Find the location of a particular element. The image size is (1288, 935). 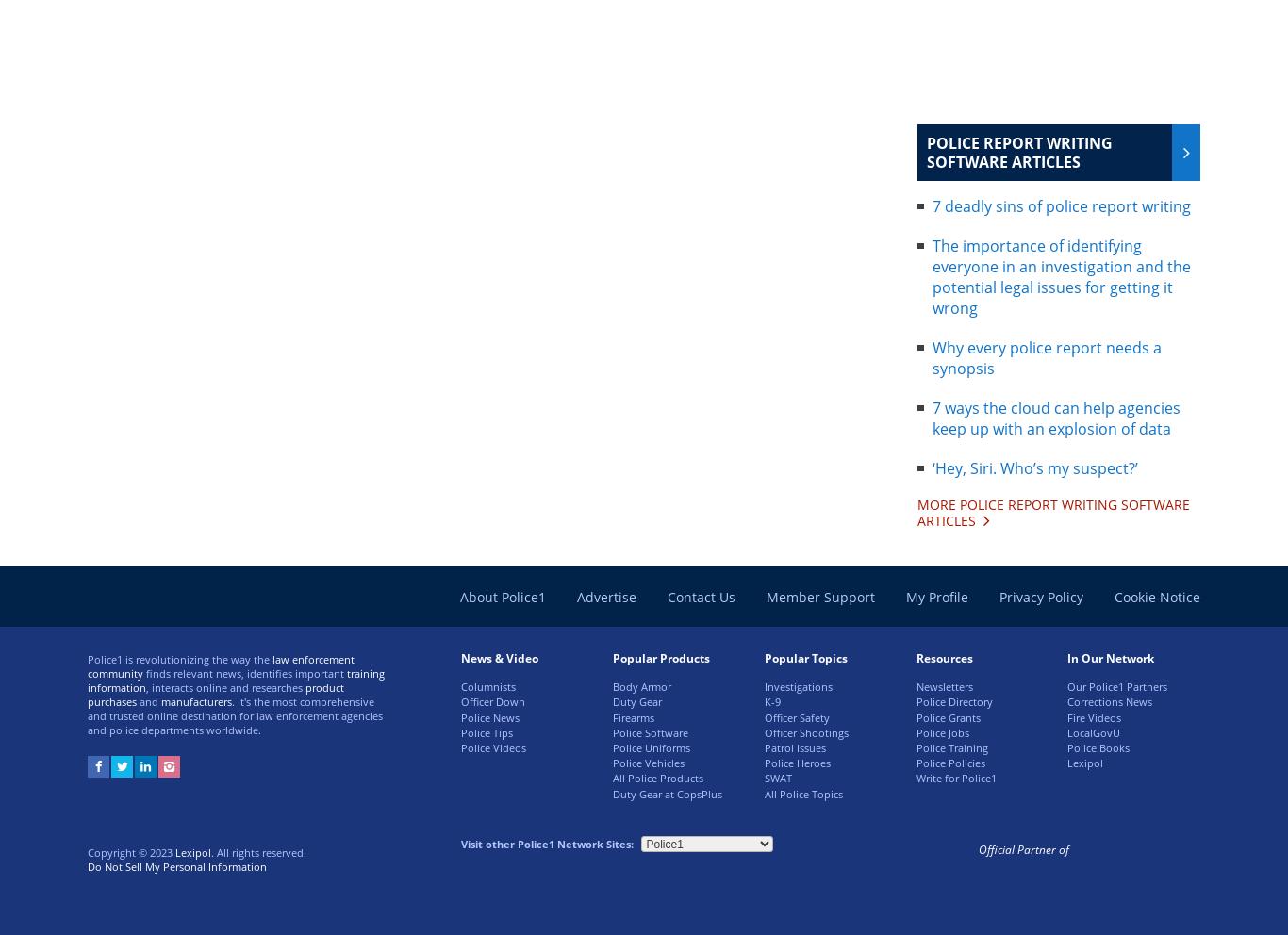

'Visit other Police1 Network Sites:' is located at coordinates (546, 843).